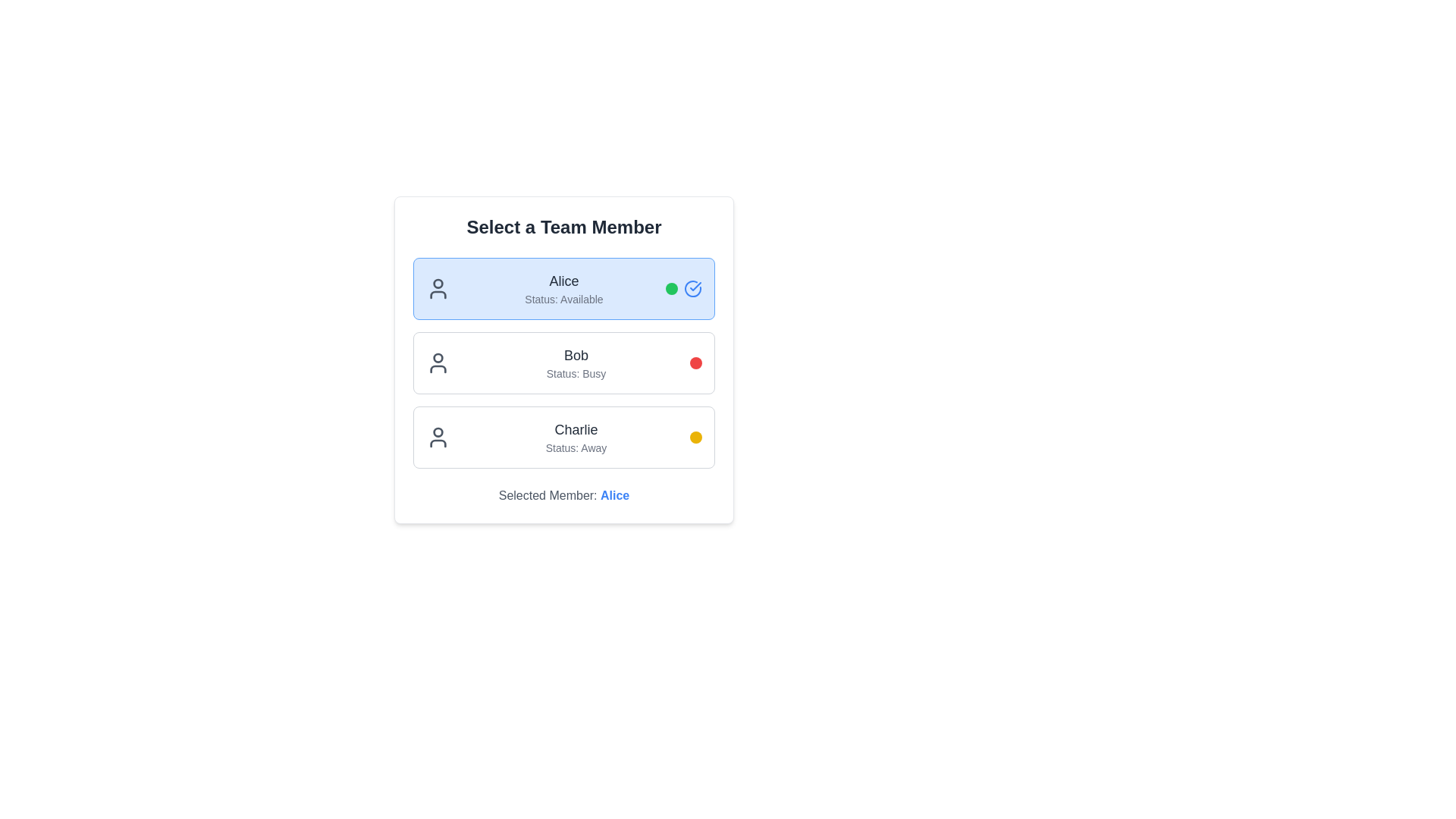  What do you see at coordinates (563, 359) in the screenshot?
I see `a team member in the Interactive panel` at bounding box center [563, 359].